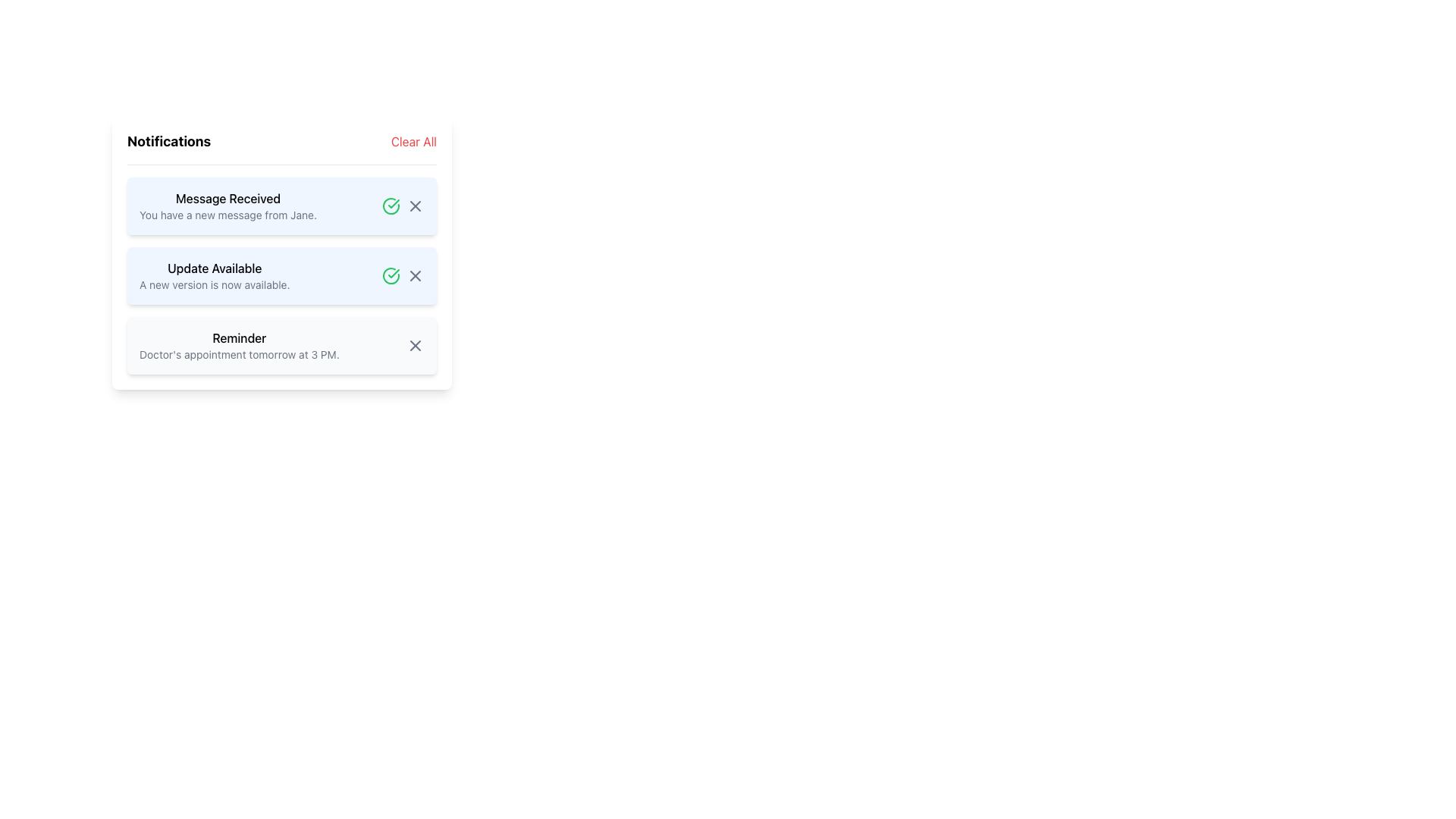  What do you see at coordinates (227, 198) in the screenshot?
I see `the 'Message Received' text label, which is displayed prominently at the top of the first notification card in the notification list` at bounding box center [227, 198].